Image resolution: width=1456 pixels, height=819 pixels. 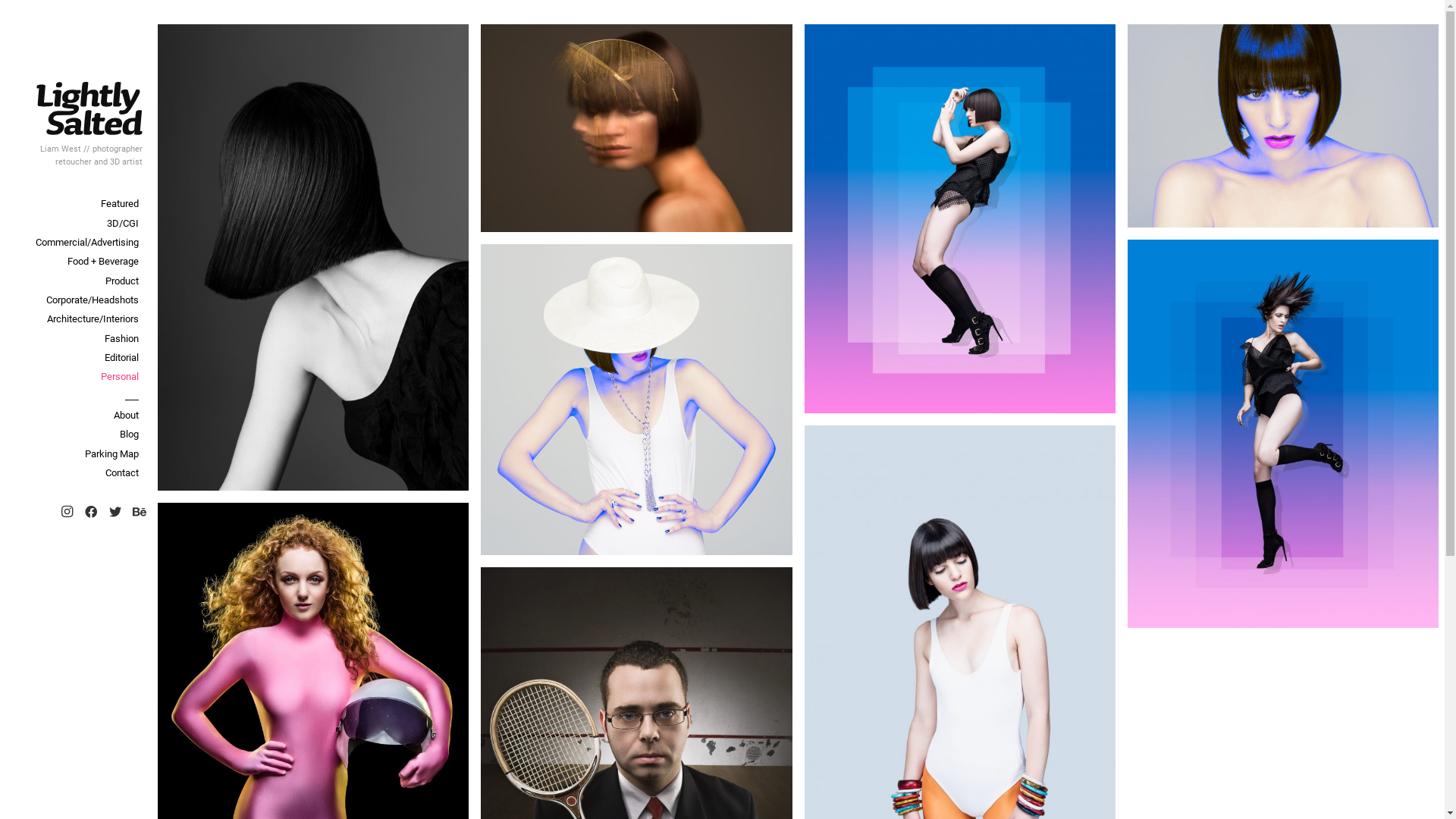 I want to click on 'About', so click(x=75, y=415).